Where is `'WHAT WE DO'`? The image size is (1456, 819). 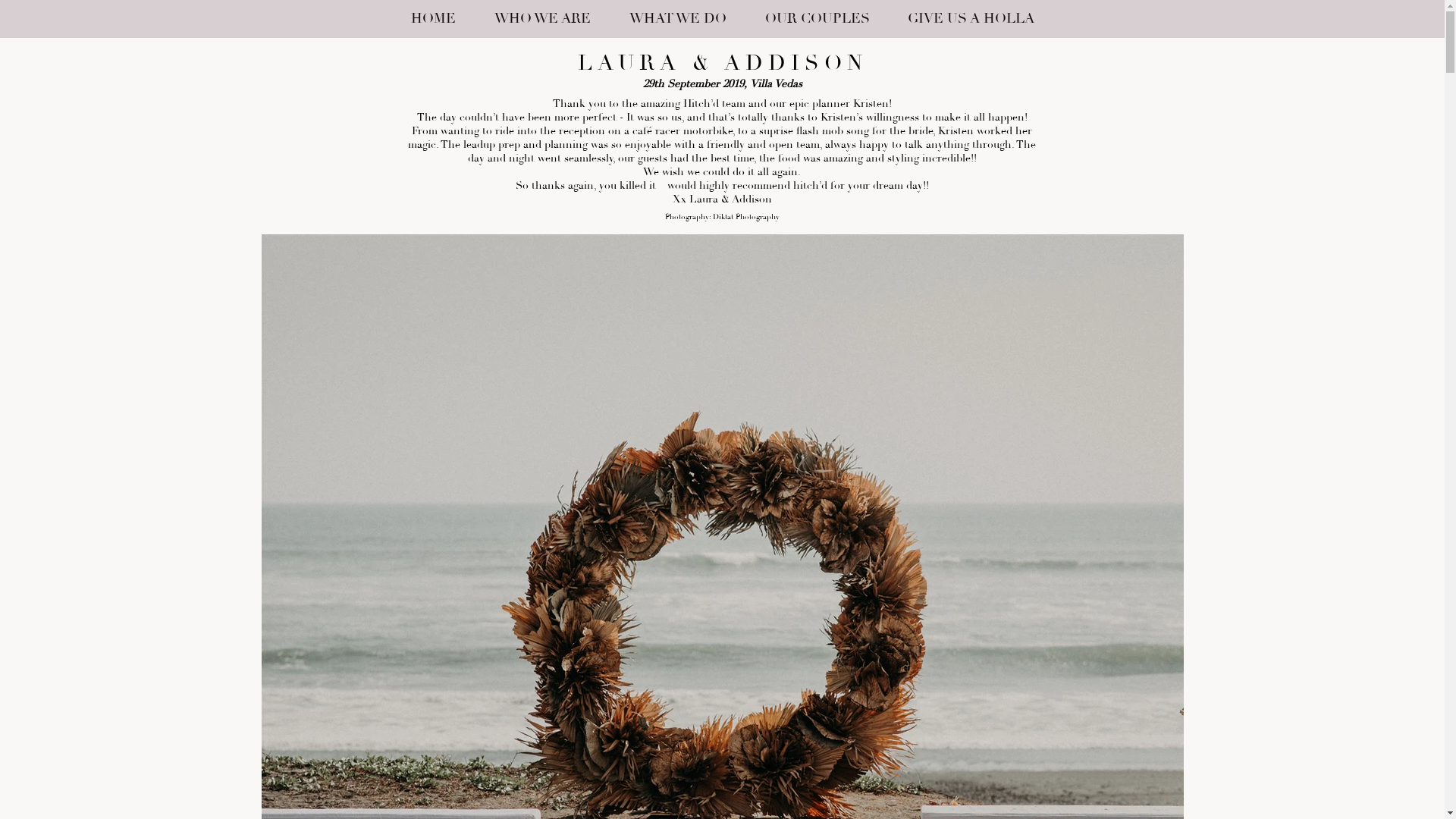 'WHAT WE DO' is located at coordinates (676, 18).